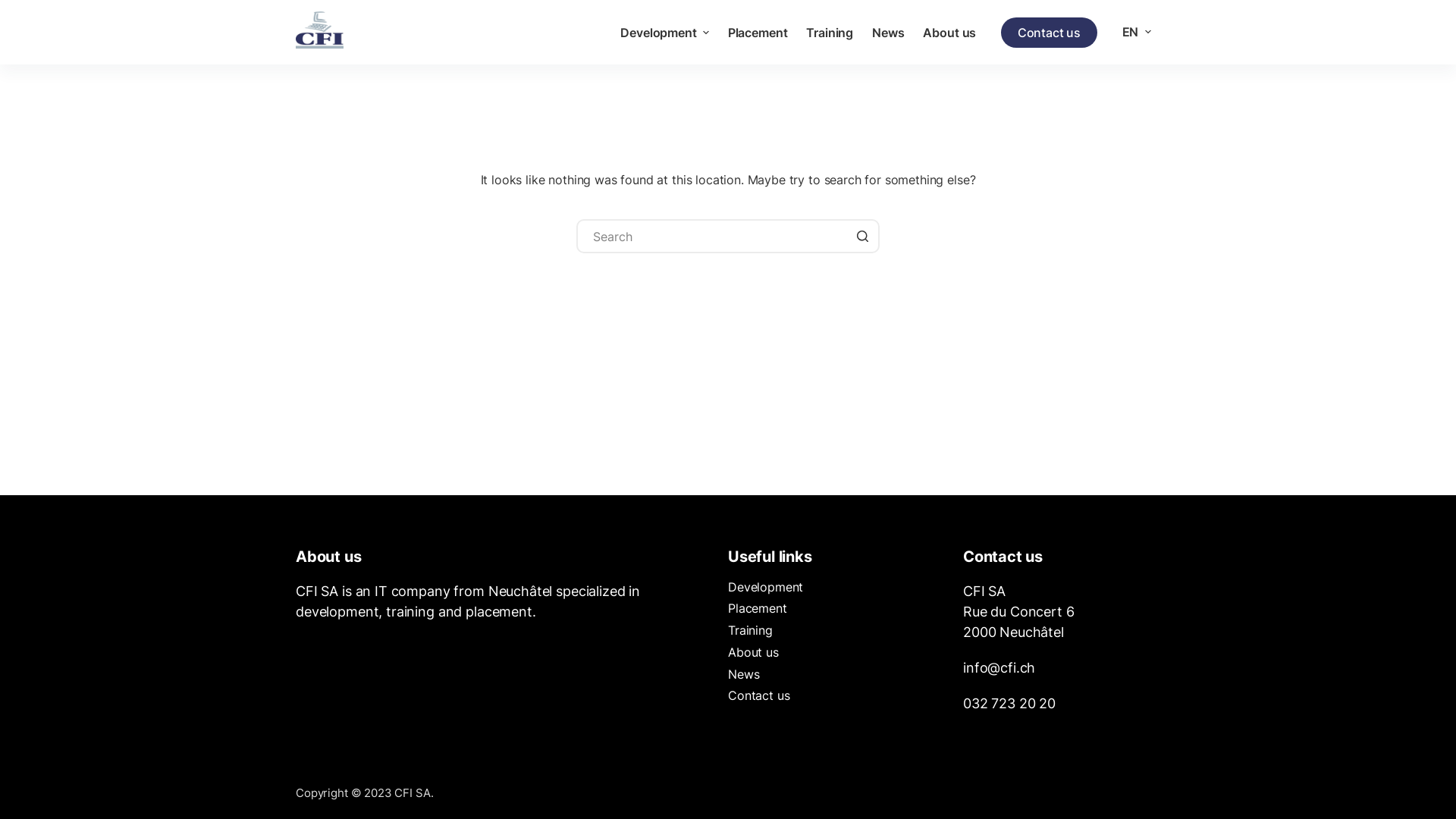 Image resolution: width=1456 pixels, height=819 pixels. I want to click on 'Training', so click(829, 32).